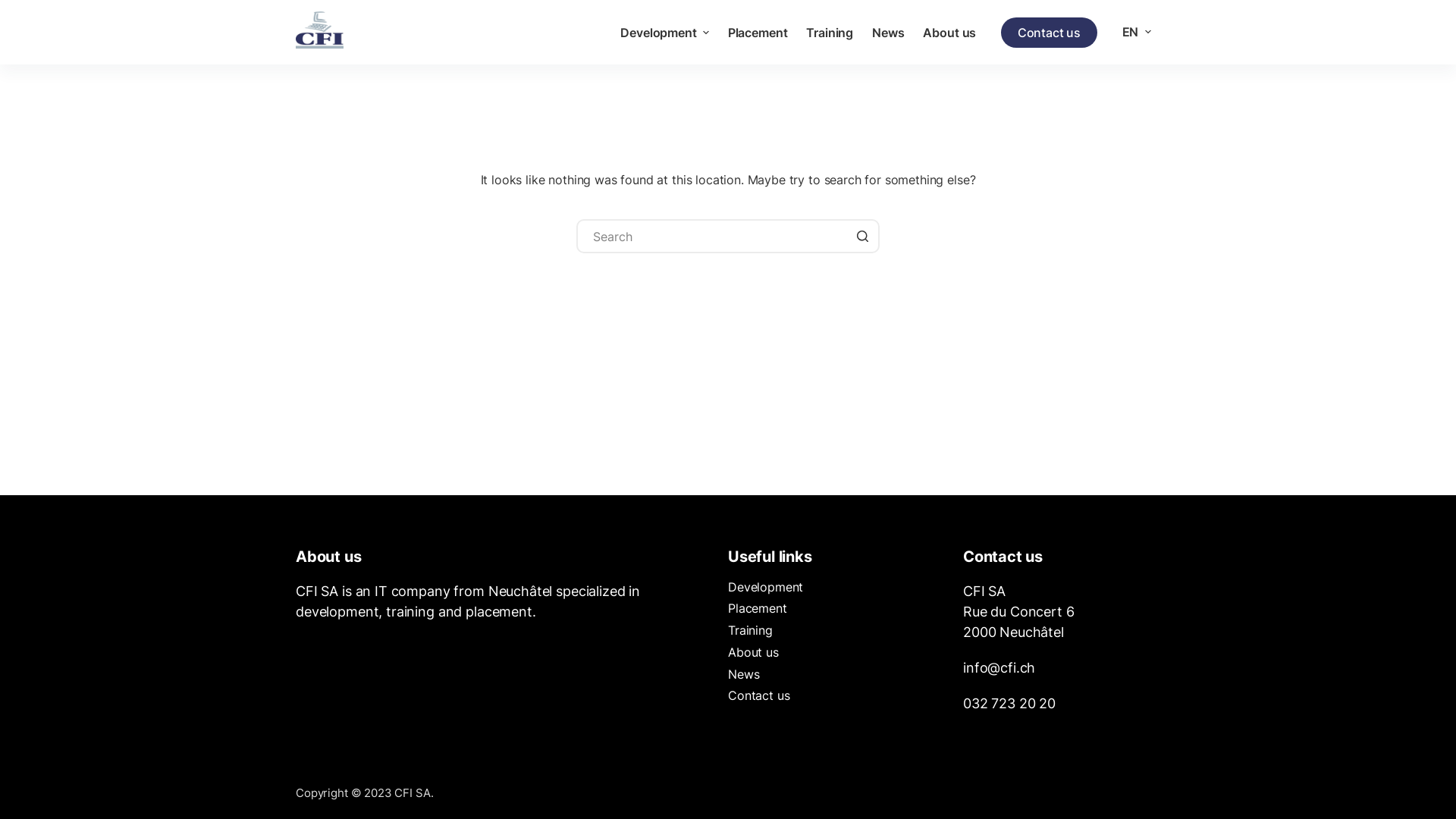 Image resolution: width=1456 pixels, height=819 pixels. I want to click on 'Training', so click(829, 32).